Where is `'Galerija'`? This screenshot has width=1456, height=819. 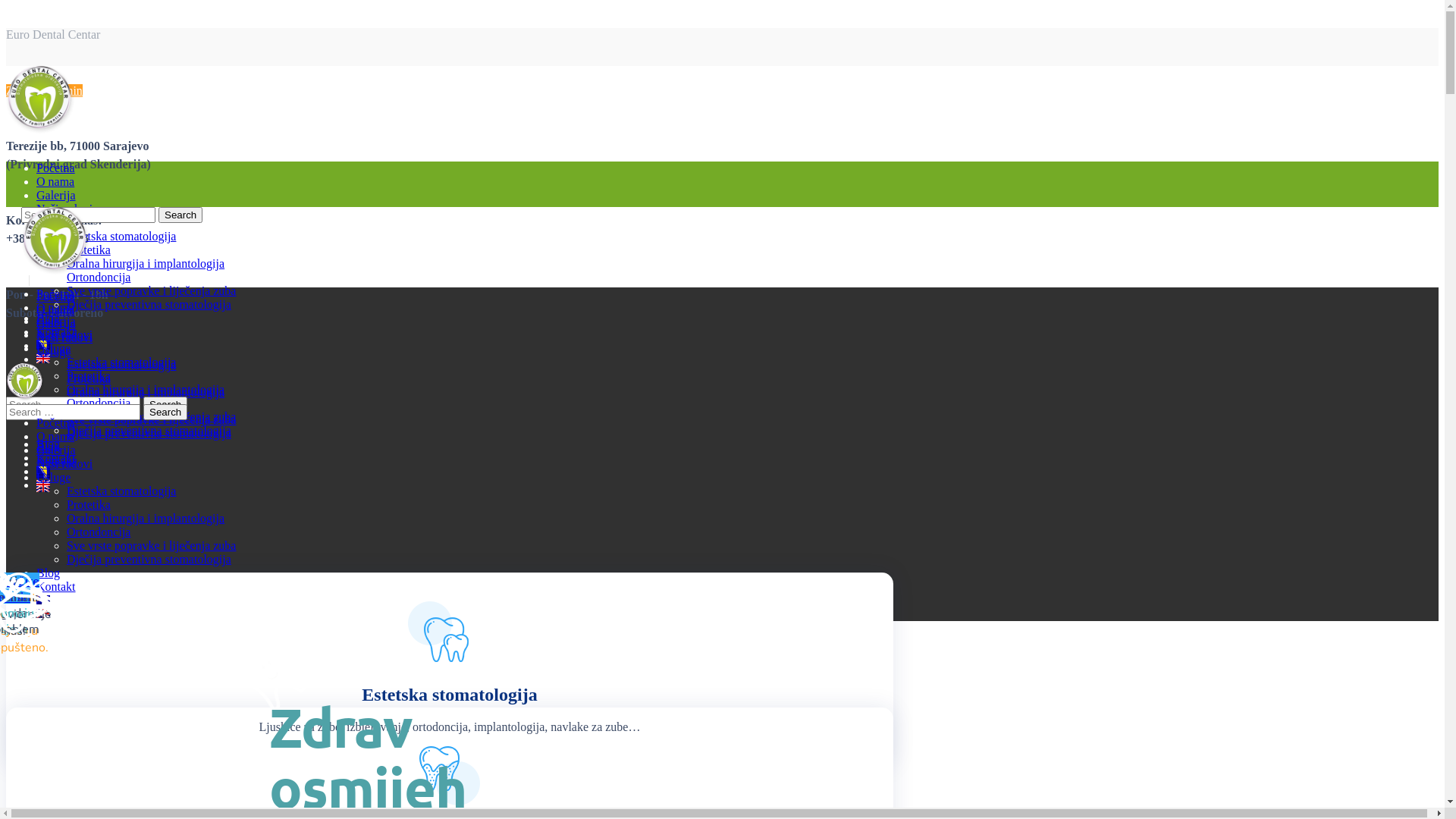
'Galerija' is located at coordinates (55, 320).